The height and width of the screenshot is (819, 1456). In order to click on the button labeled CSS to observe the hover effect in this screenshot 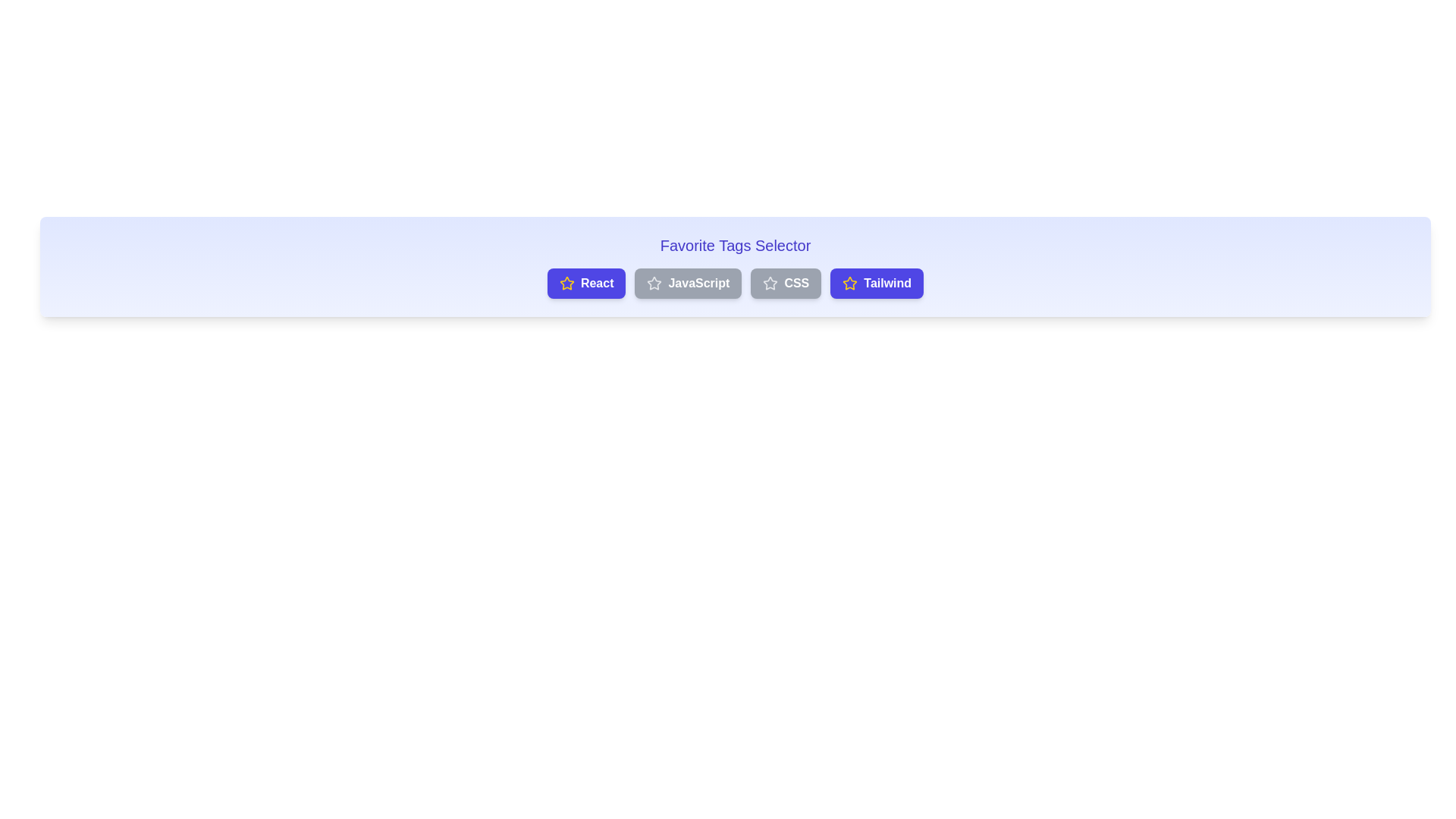, I will do `click(786, 284)`.